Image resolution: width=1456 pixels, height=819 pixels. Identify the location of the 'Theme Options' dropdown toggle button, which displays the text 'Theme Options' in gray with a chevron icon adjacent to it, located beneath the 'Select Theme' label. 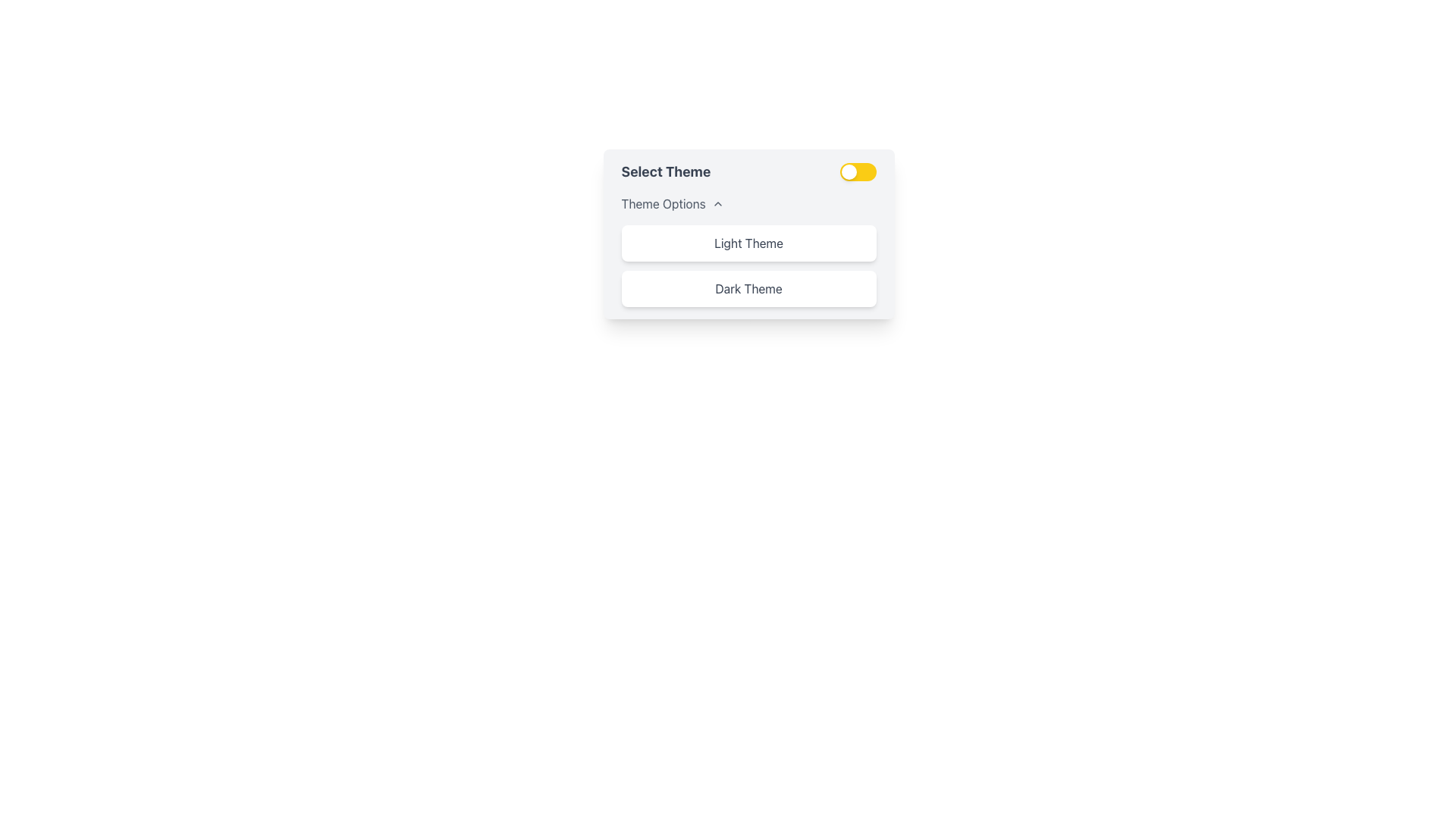
(672, 203).